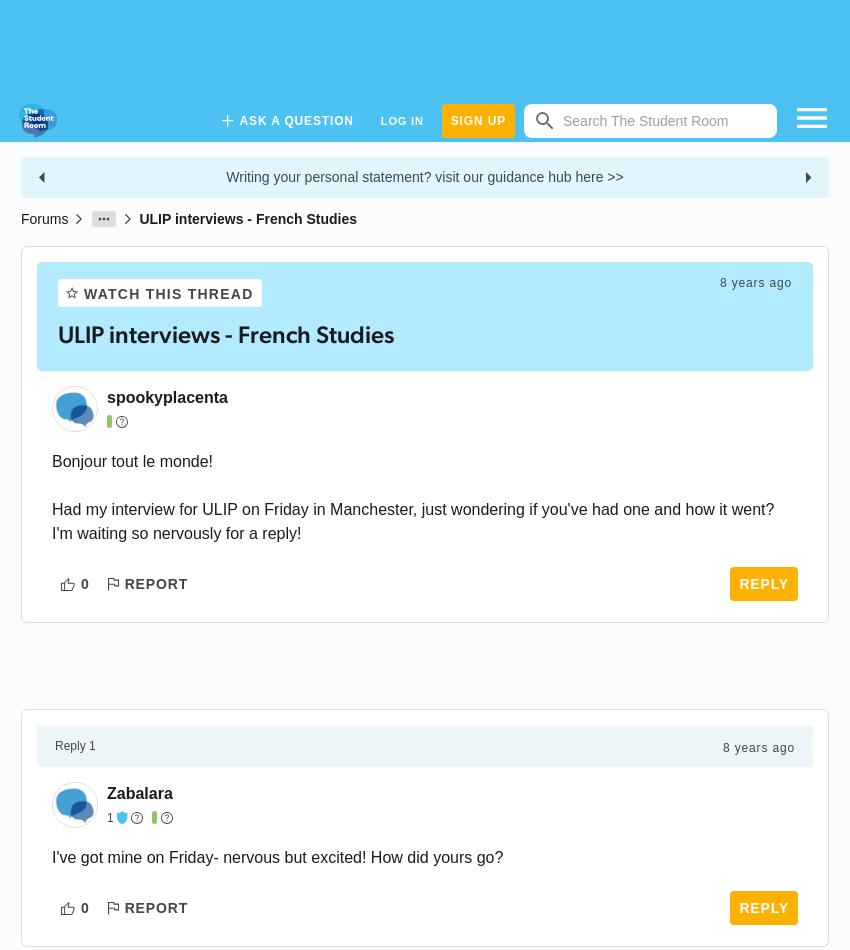 Image resolution: width=850 pixels, height=950 pixels. What do you see at coordinates (718, 509) in the screenshot?
I see `'it'` at bounding box center [718, 509].